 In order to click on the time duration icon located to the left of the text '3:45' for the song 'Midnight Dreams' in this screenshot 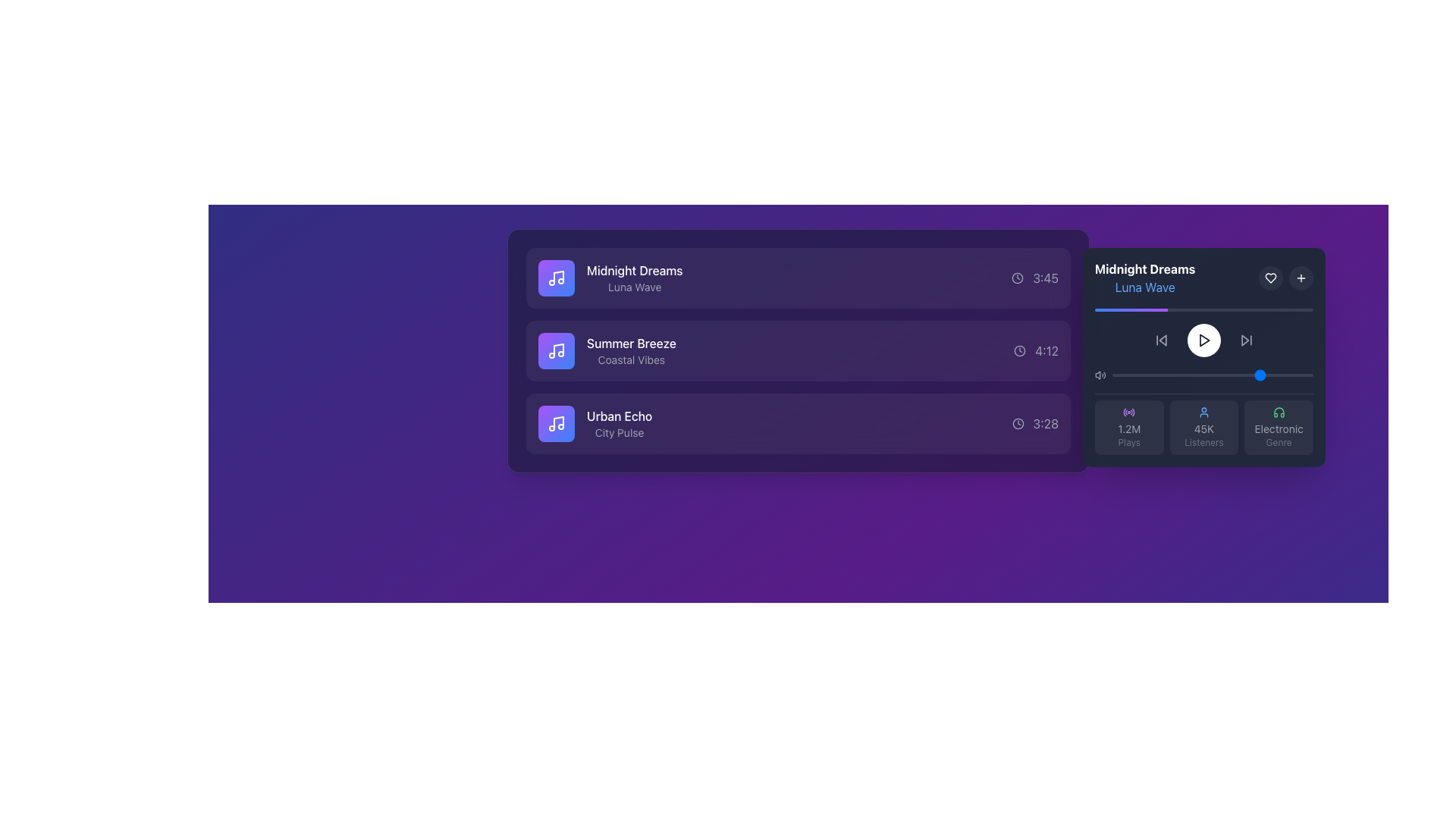, I will do `click(1018, 278)`.